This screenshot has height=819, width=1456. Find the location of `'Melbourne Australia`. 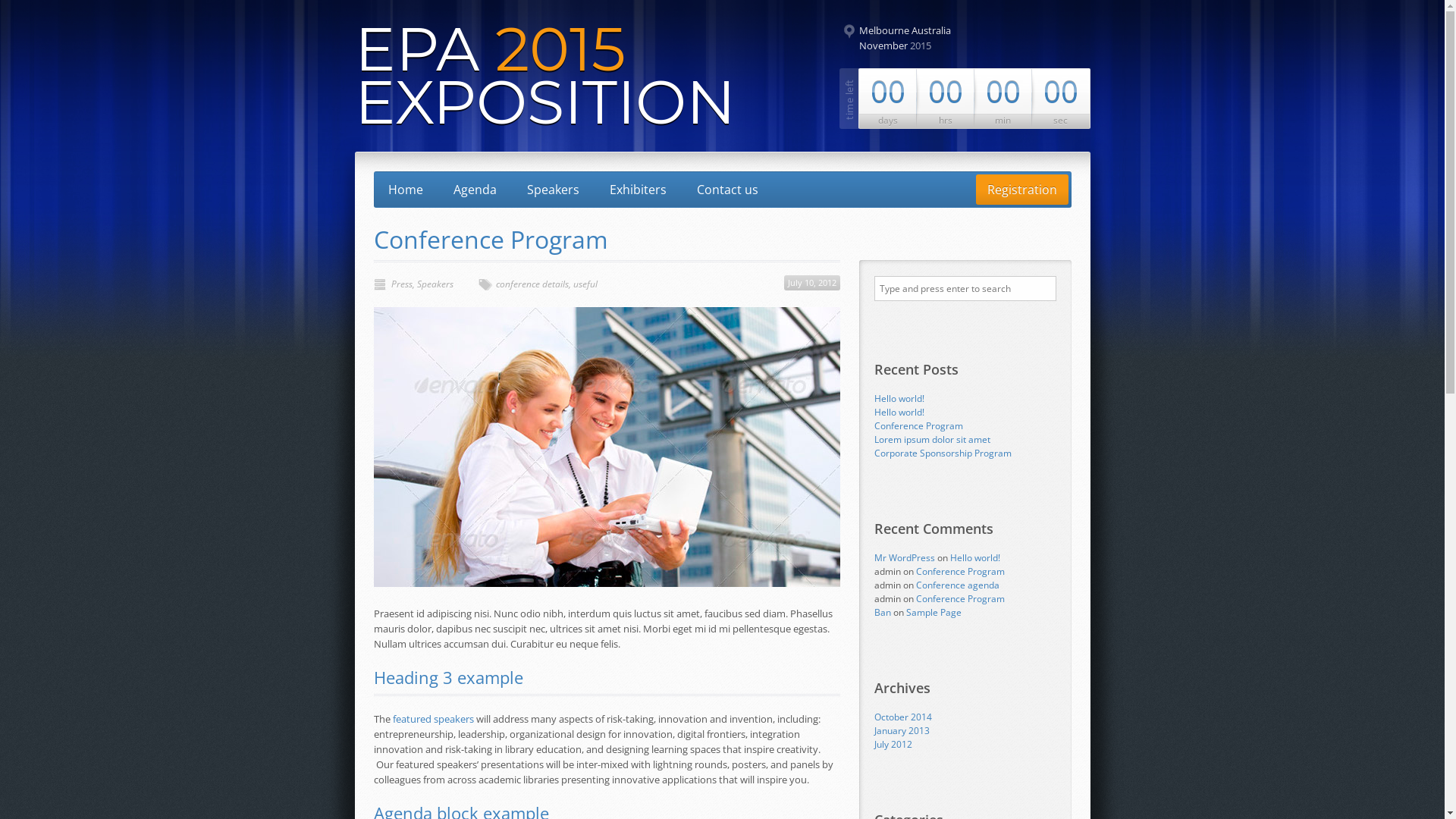

'Melbourne Australia is located at coordinates (945, 37).